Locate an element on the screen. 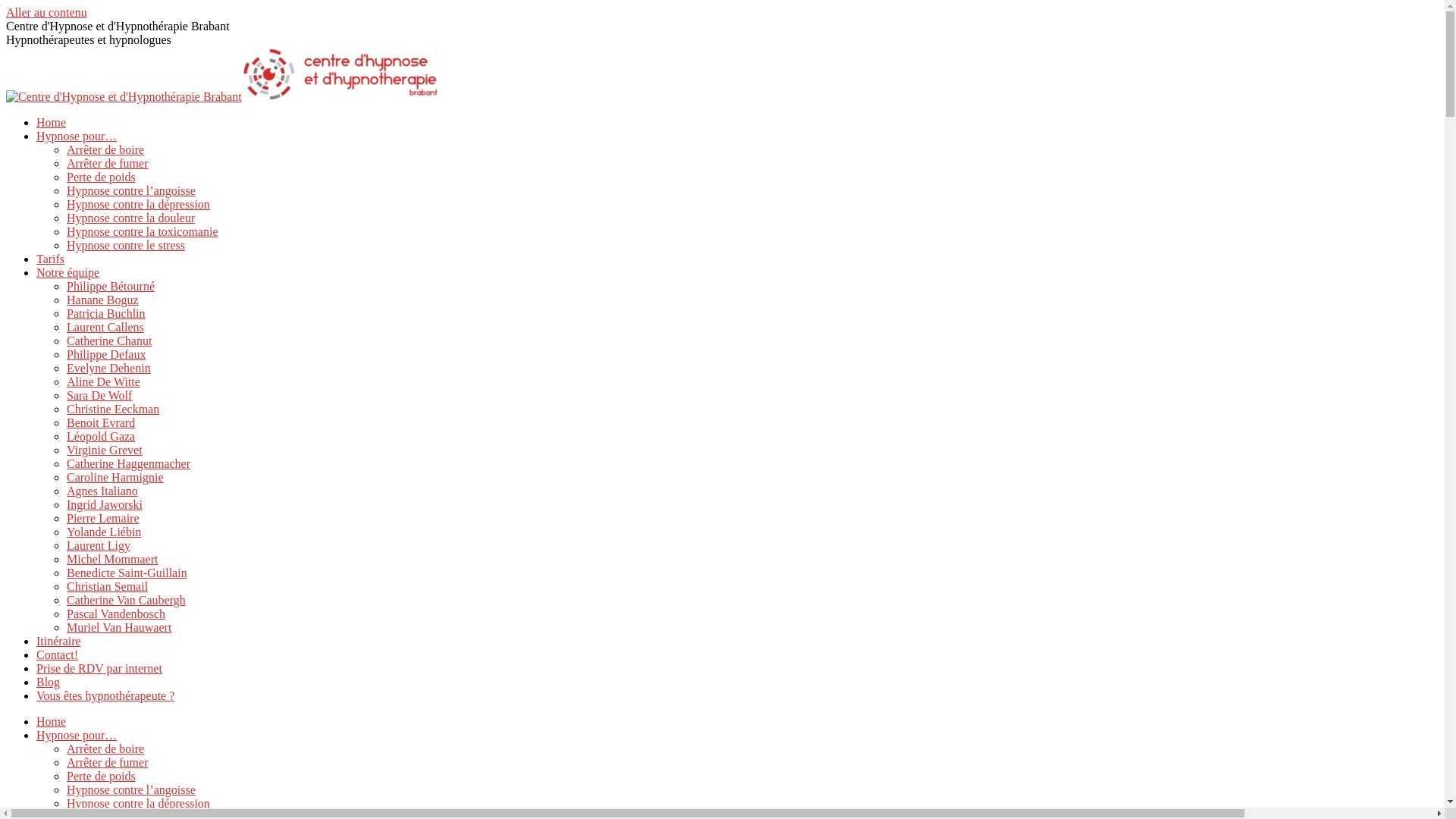 This screenshot has width=1456, height=819. 'Blog' is located at coordinates (36, 681).